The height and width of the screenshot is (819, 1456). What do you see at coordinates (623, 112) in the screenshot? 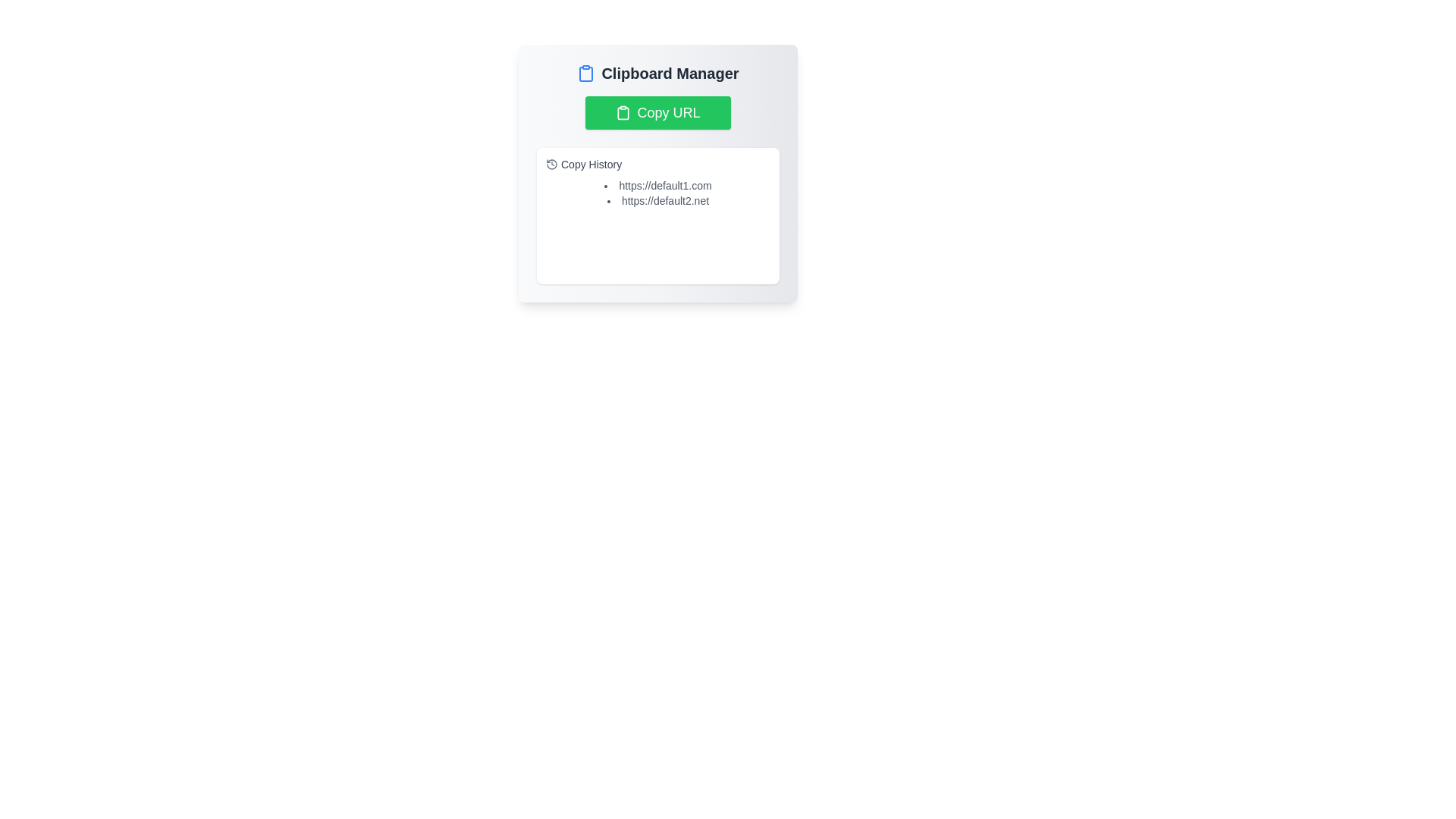
I see `the clipboard icon, which is a vertically-oriented rectangular shape with a rounded inner rectangle at the top, located near the title 'Clipboard Manager'` at bounding box center [623, 112].